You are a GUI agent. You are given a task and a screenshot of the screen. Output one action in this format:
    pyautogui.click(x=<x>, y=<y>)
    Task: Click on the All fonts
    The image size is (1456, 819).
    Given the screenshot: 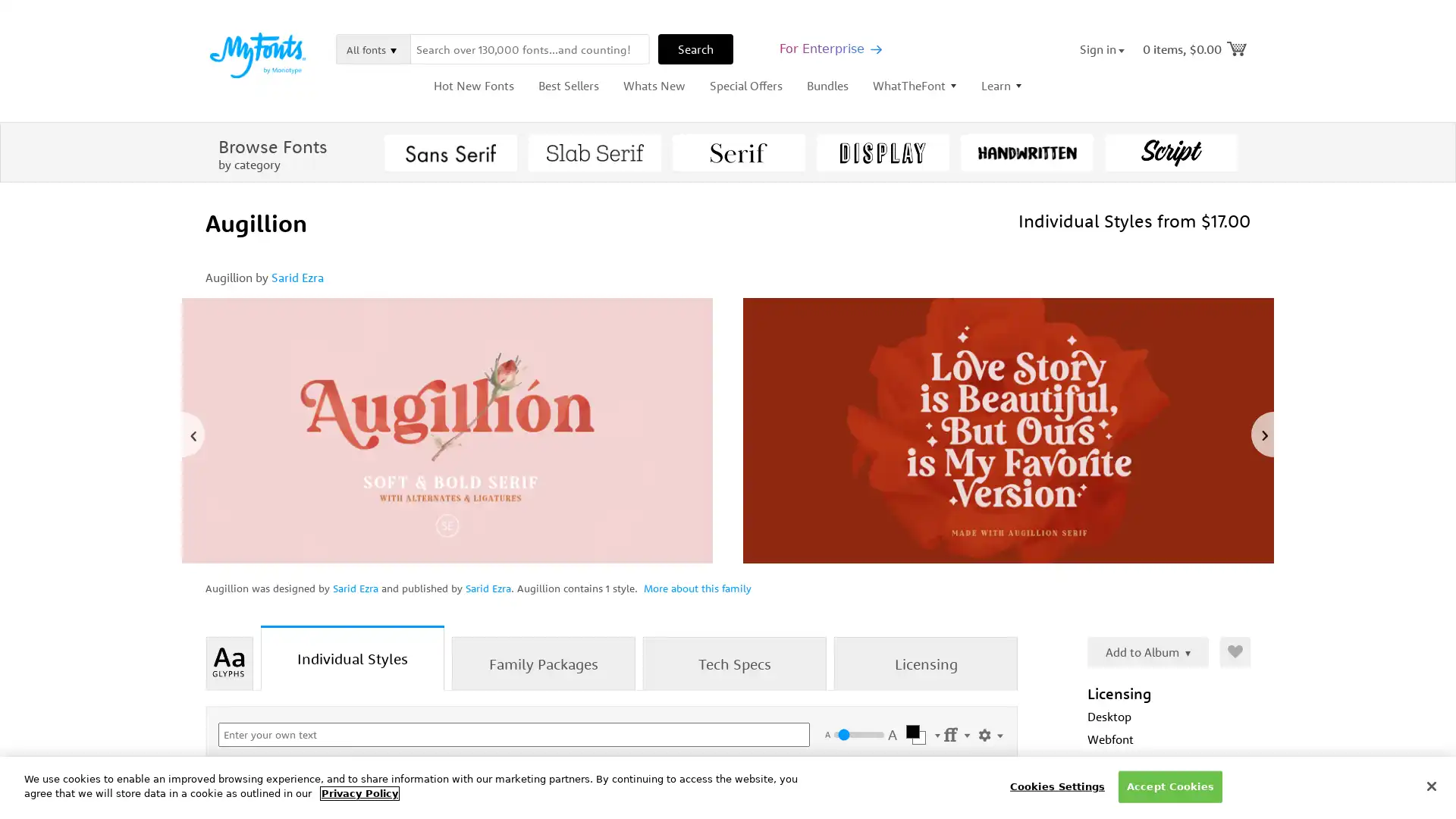 What is the action you would take?
    pyautogui.click(x=373, y=49)
    